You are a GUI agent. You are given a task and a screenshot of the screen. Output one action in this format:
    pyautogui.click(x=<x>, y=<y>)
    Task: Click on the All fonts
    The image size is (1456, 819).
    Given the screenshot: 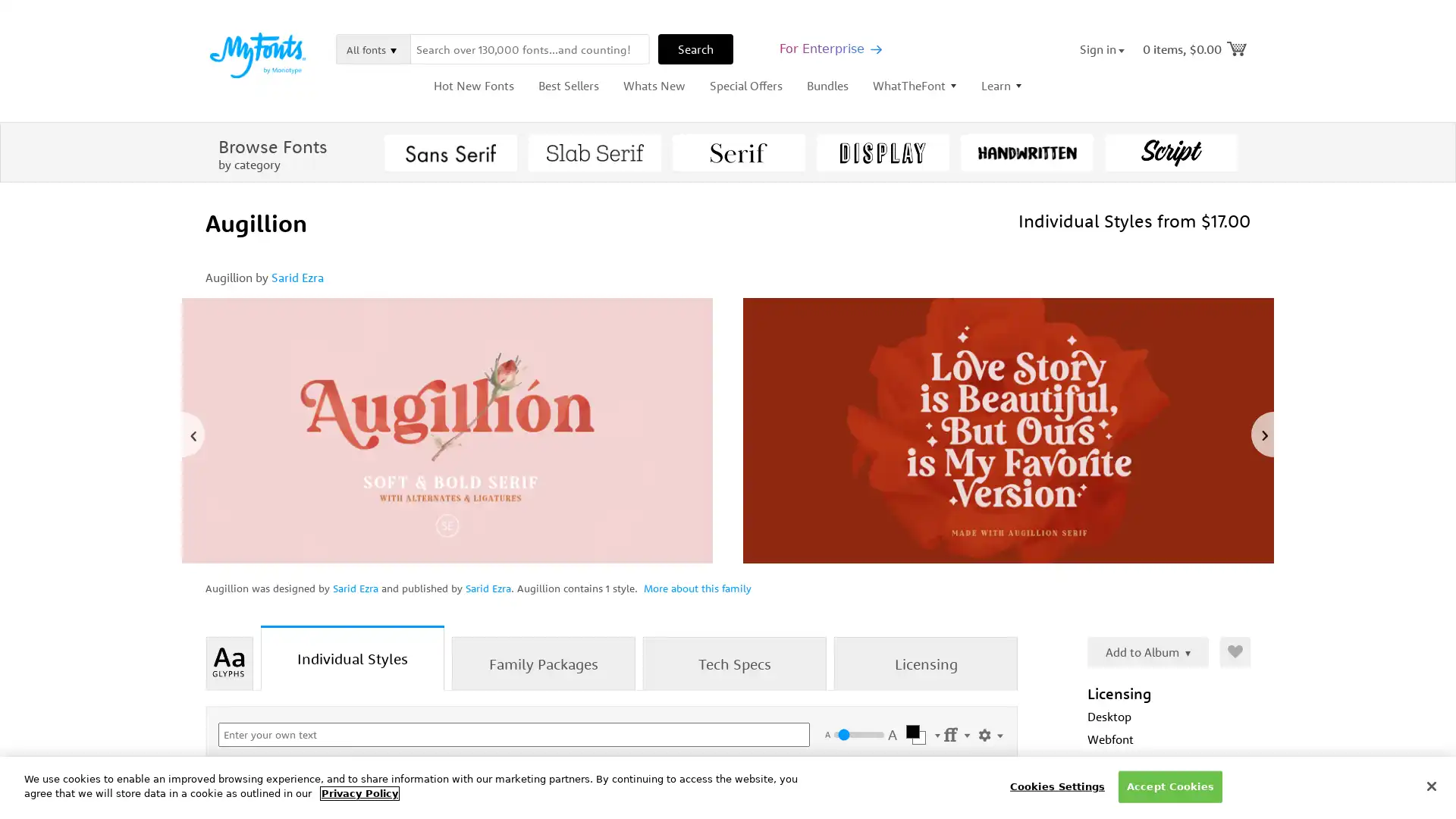 What is the action you would take?
    pyautogui.click(x=373, y=49)
    